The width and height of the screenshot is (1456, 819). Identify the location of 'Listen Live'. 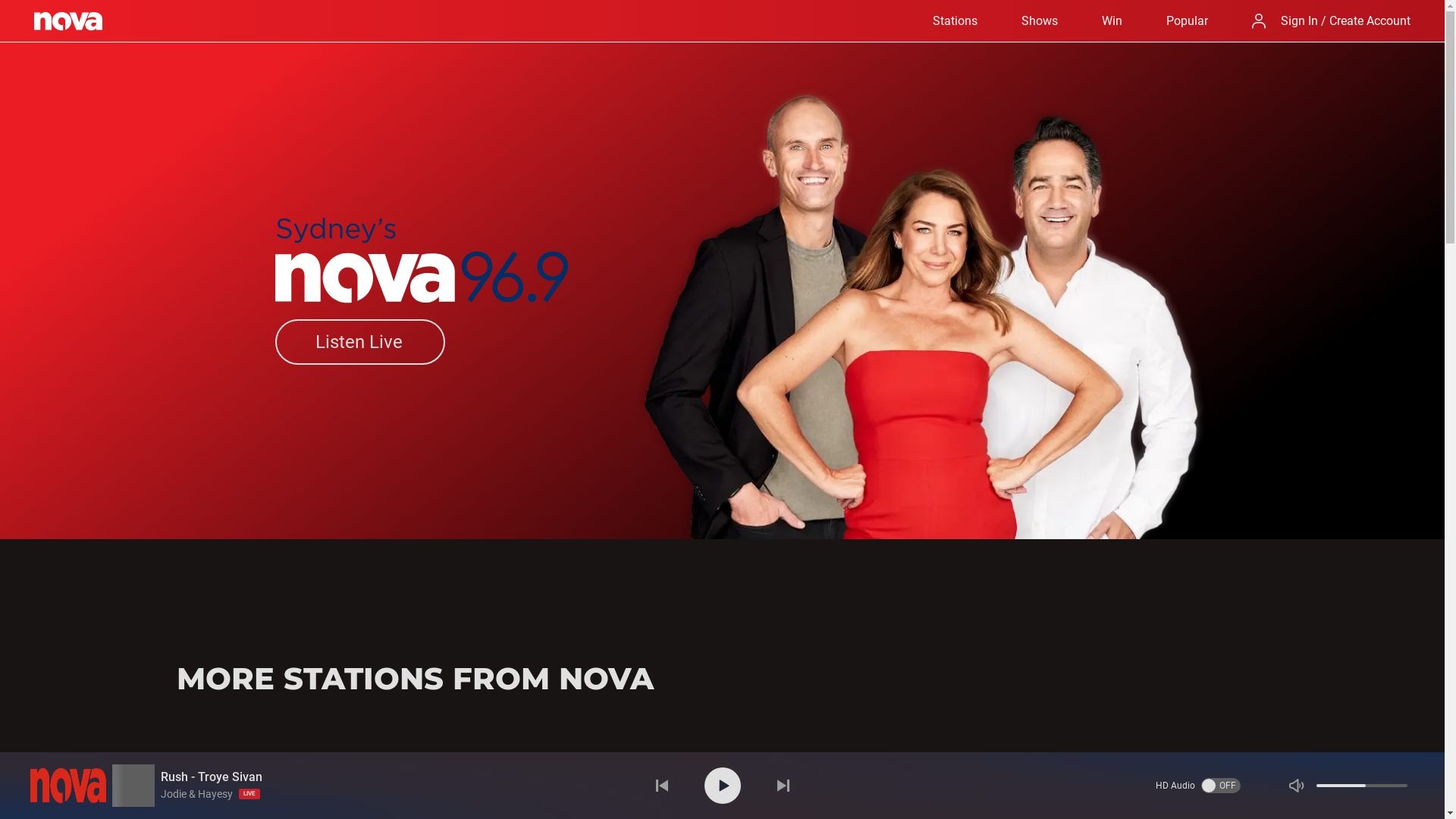
(359, 342).